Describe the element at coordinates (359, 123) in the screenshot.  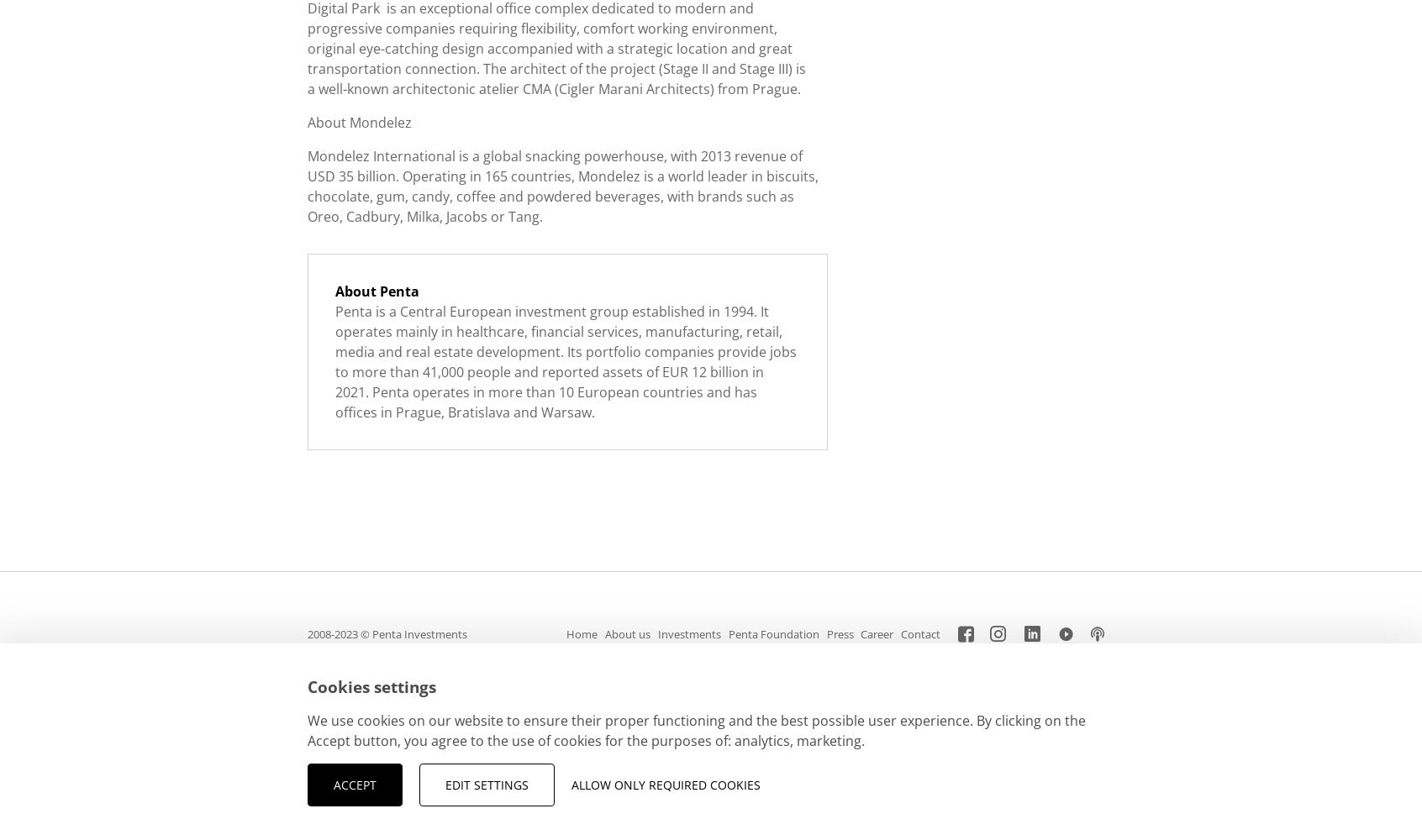
I see `'About Mondelez'` at that location.